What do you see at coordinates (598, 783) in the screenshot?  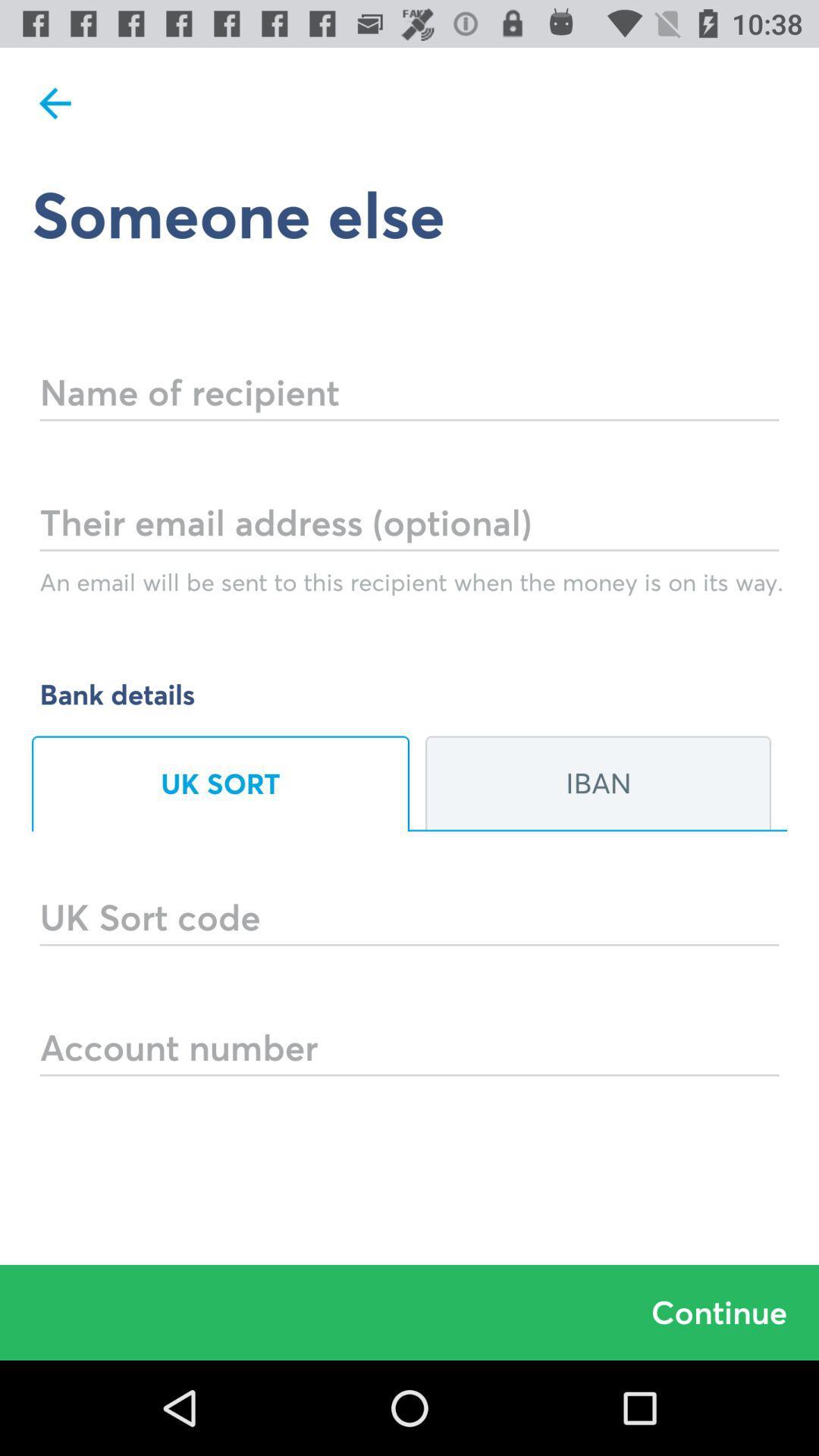 I see `the button which is right to uk sort` at bounding box center [598, 783].